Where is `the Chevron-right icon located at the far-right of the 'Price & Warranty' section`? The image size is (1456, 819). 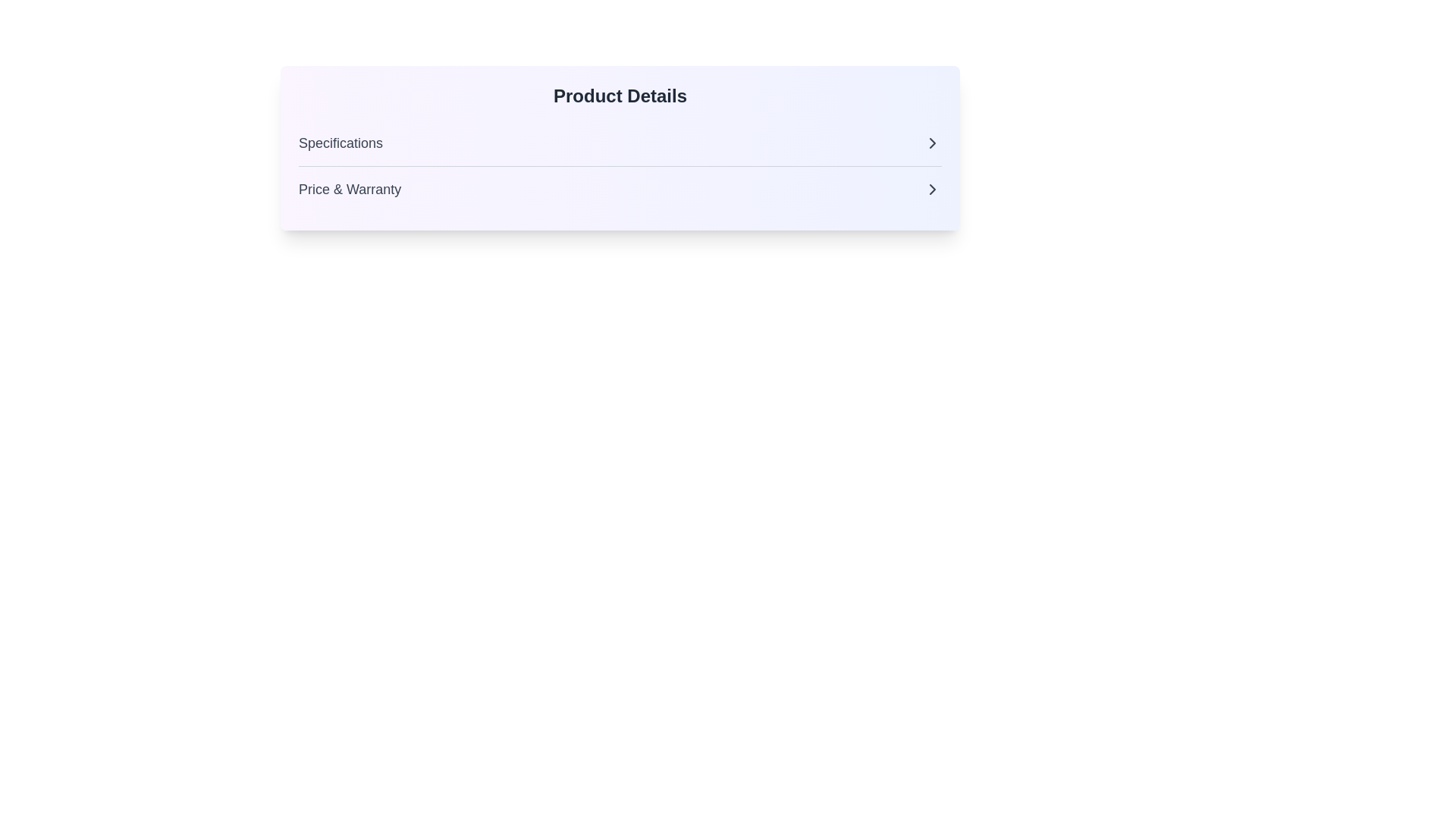
the Chevron-right icon located at the far-right of the 'Price & Warranty' section is located at coordinates (931, 189).